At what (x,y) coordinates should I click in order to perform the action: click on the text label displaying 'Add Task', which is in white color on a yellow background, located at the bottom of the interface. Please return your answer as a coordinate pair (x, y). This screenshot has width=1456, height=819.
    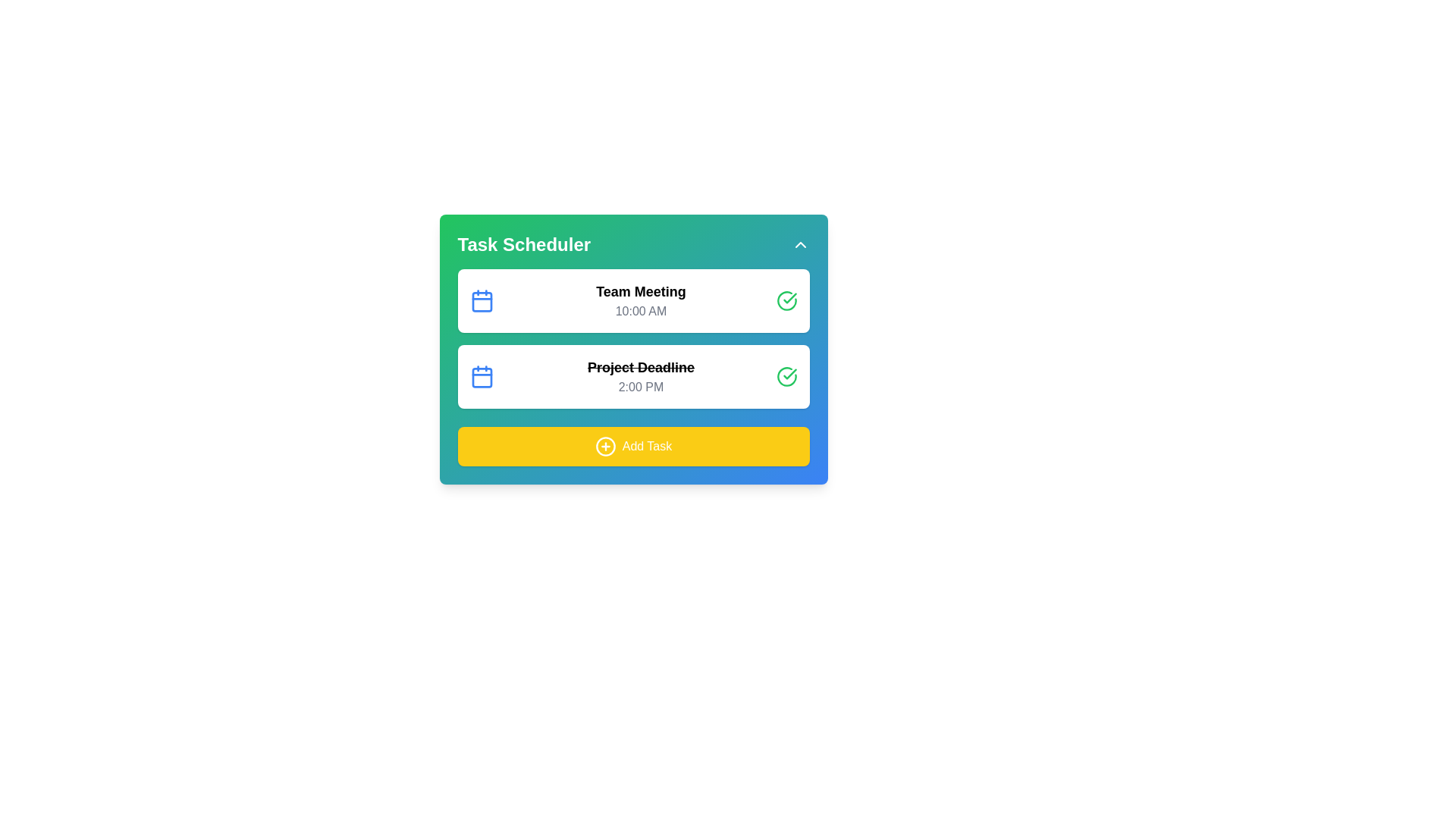
    Looking at the image, I should click on (647, 446).